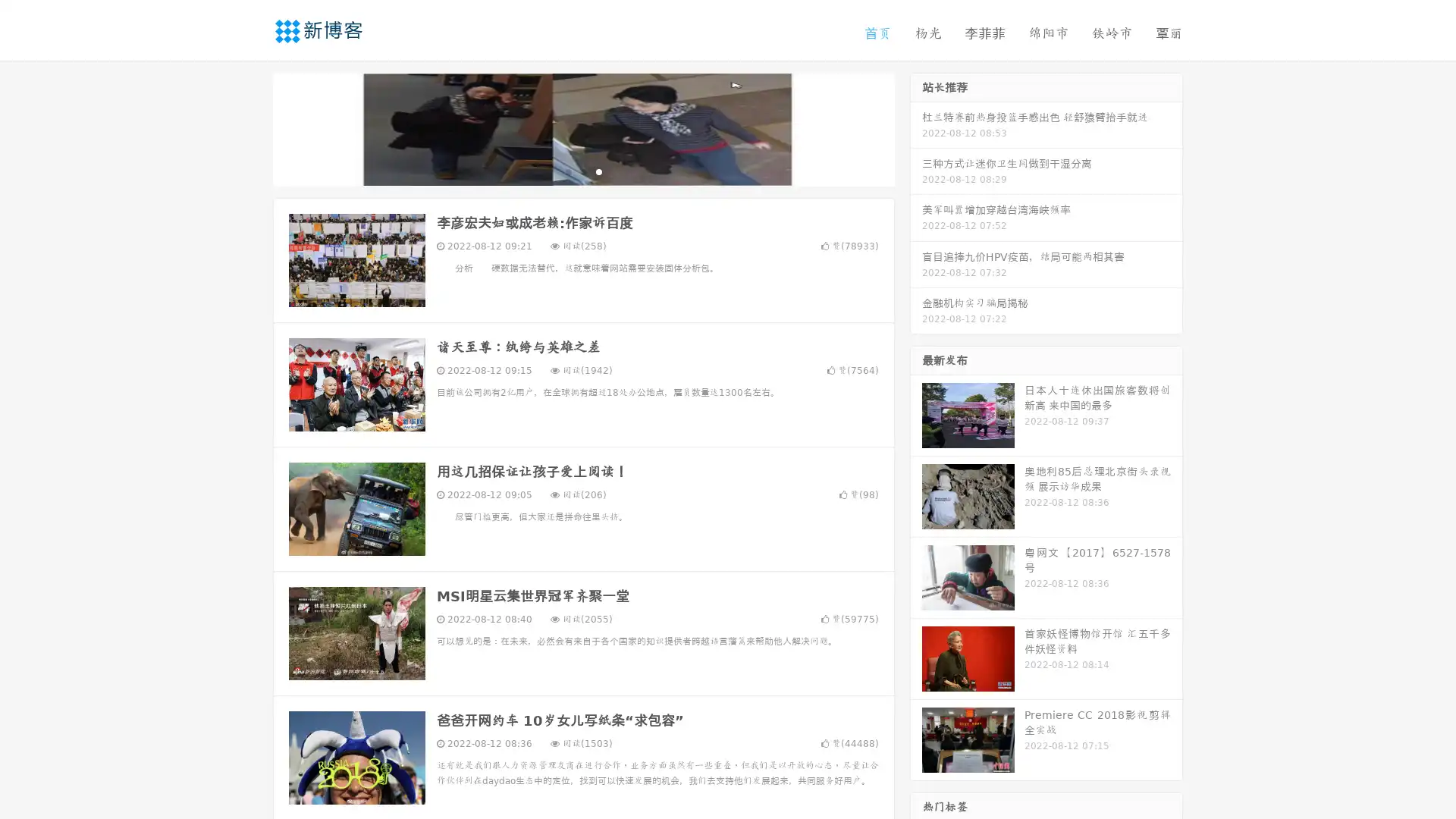 The height and width of the screenshot is (819, 1456). What do you see at coordinates (598, 171) in the screenshot?
I see `Go to slide 3` at bounding box center [598, 171].